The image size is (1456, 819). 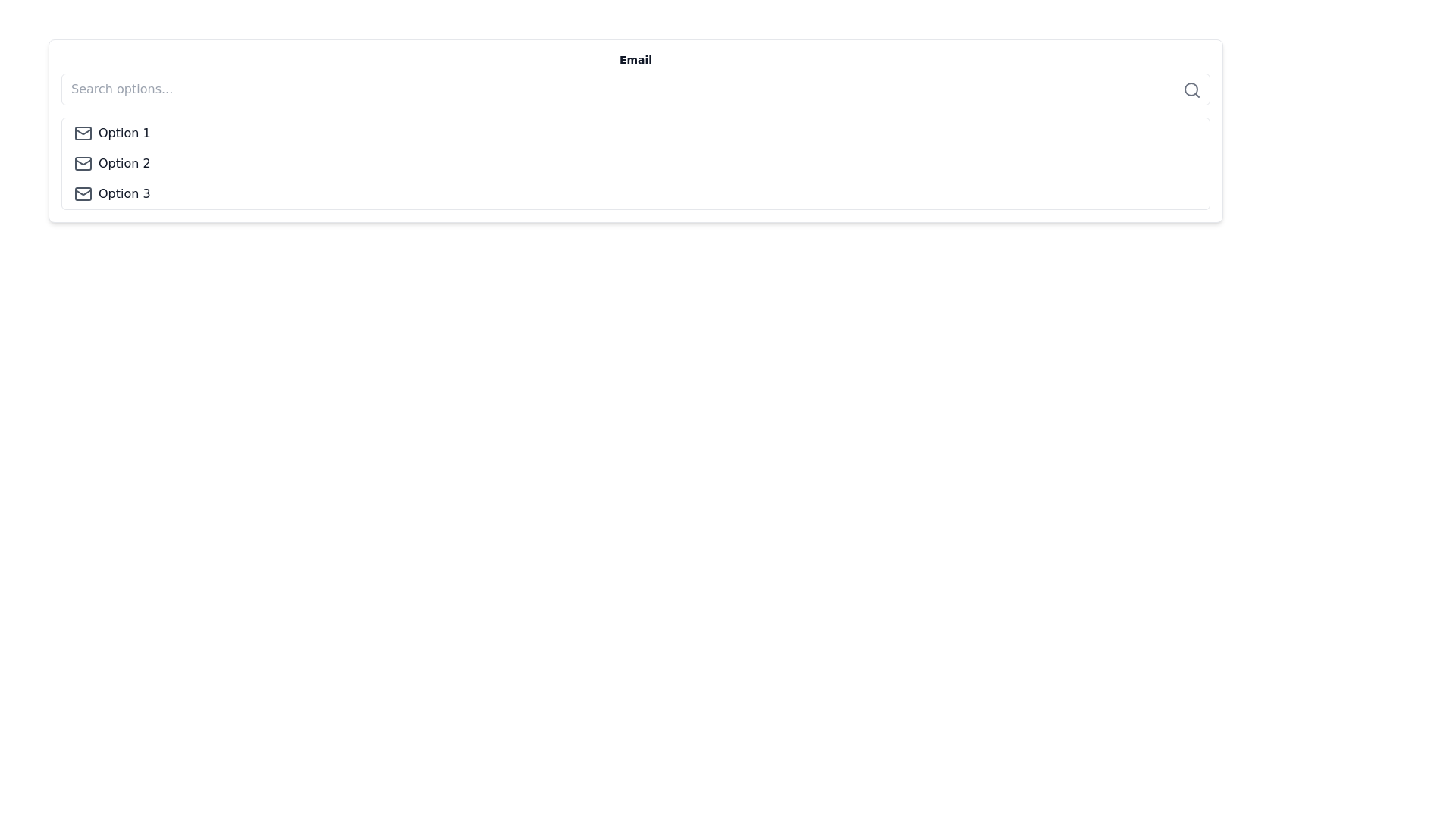 I want to click on the envelope icon representing email functionality located to the left of the 'Option 2' label in the vertical list, so click(x=83, y=164).